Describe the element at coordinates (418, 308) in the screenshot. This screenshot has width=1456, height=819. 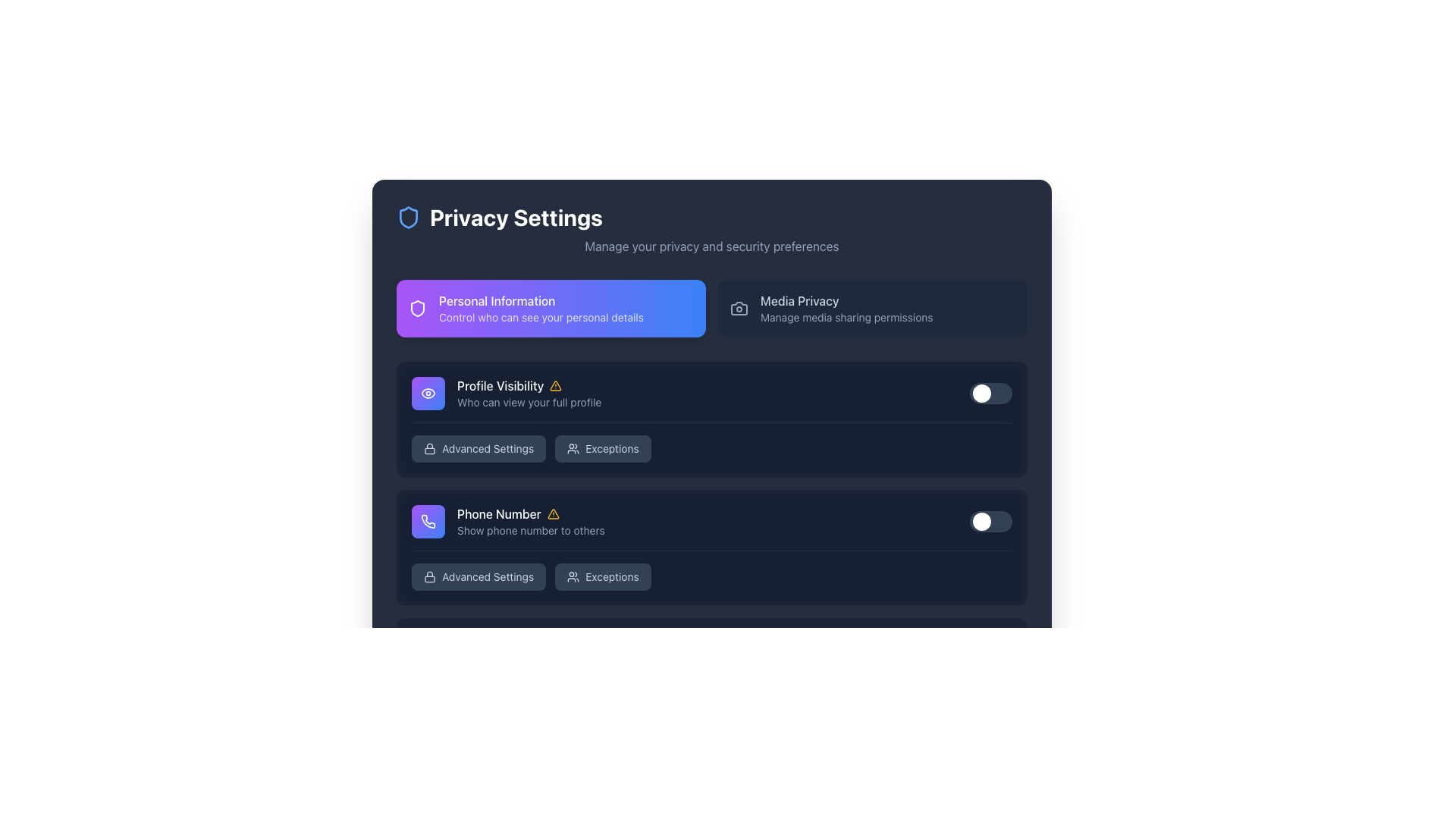
I see `the shield icon located in the 'Privacy Settings' section, positioned before the title text 'Privacy Settings'` at that location.